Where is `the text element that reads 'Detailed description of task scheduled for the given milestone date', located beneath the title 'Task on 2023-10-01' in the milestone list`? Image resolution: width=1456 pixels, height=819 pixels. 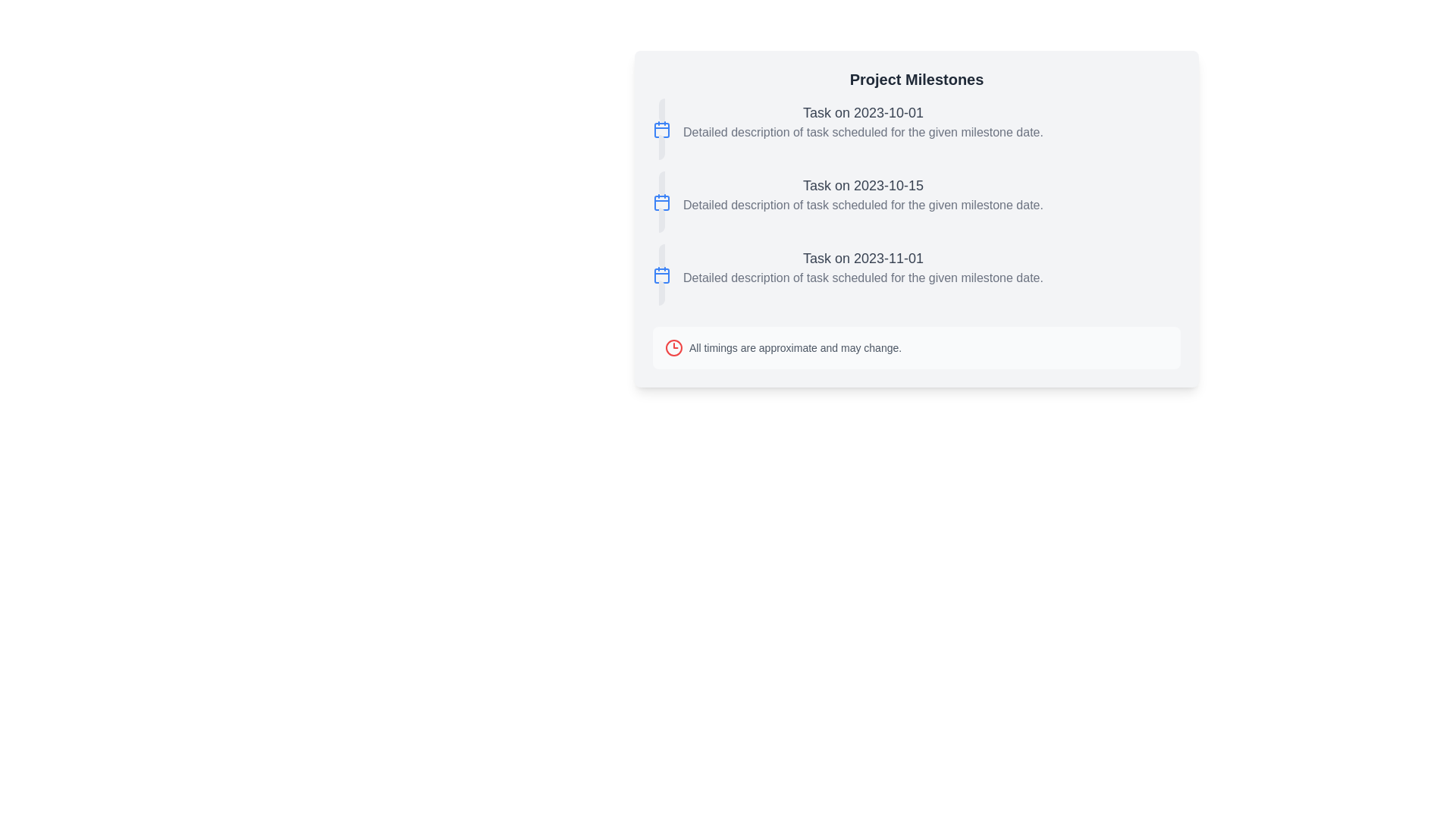
the text element that reads 'Detailed description of task scheduled for the given milestone date', located beneath the title 'Task on 2023-10-01' in the milestone list is located at coordinates (863, 131).